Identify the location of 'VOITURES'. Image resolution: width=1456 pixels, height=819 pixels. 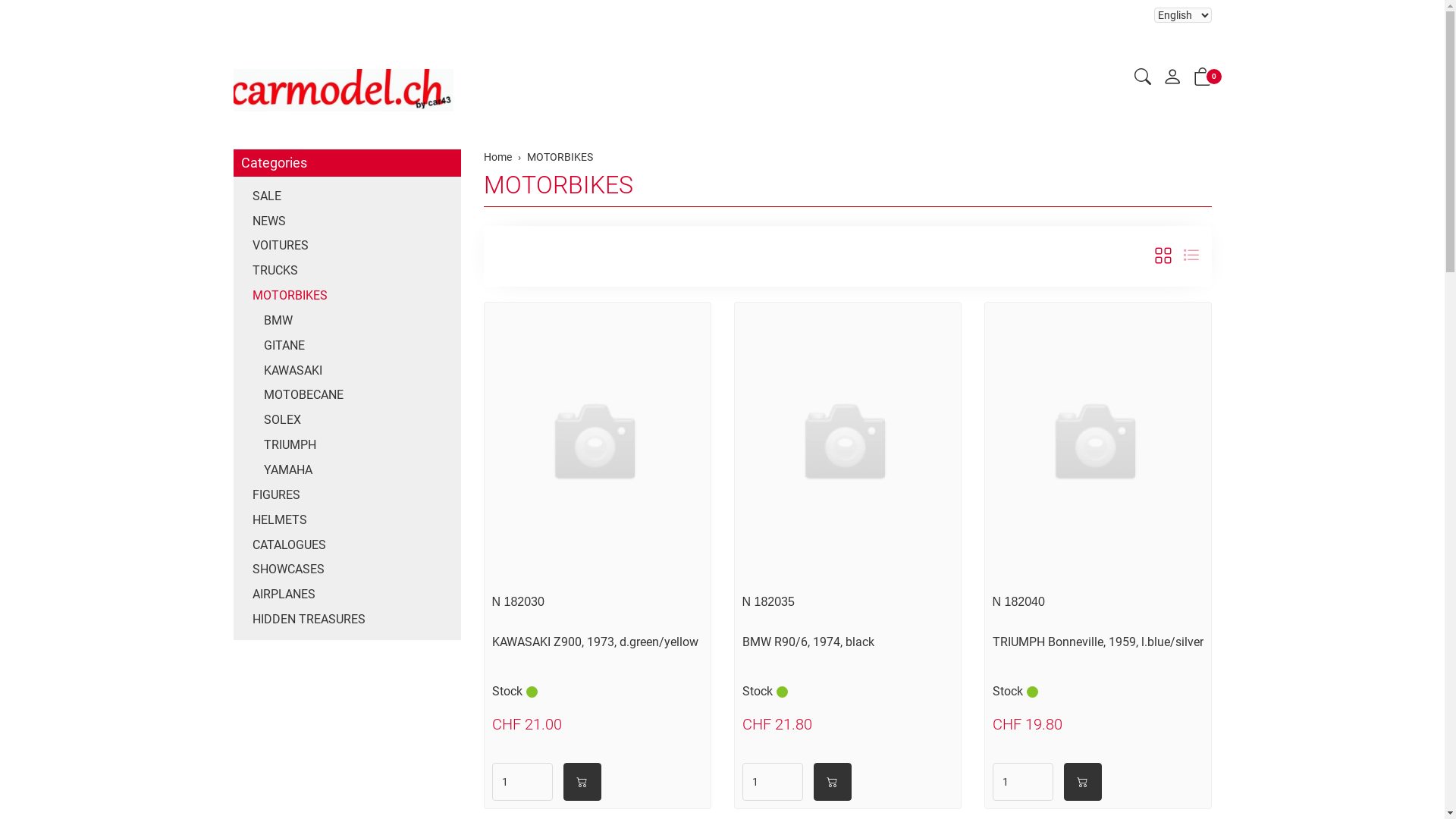
(346, 245).